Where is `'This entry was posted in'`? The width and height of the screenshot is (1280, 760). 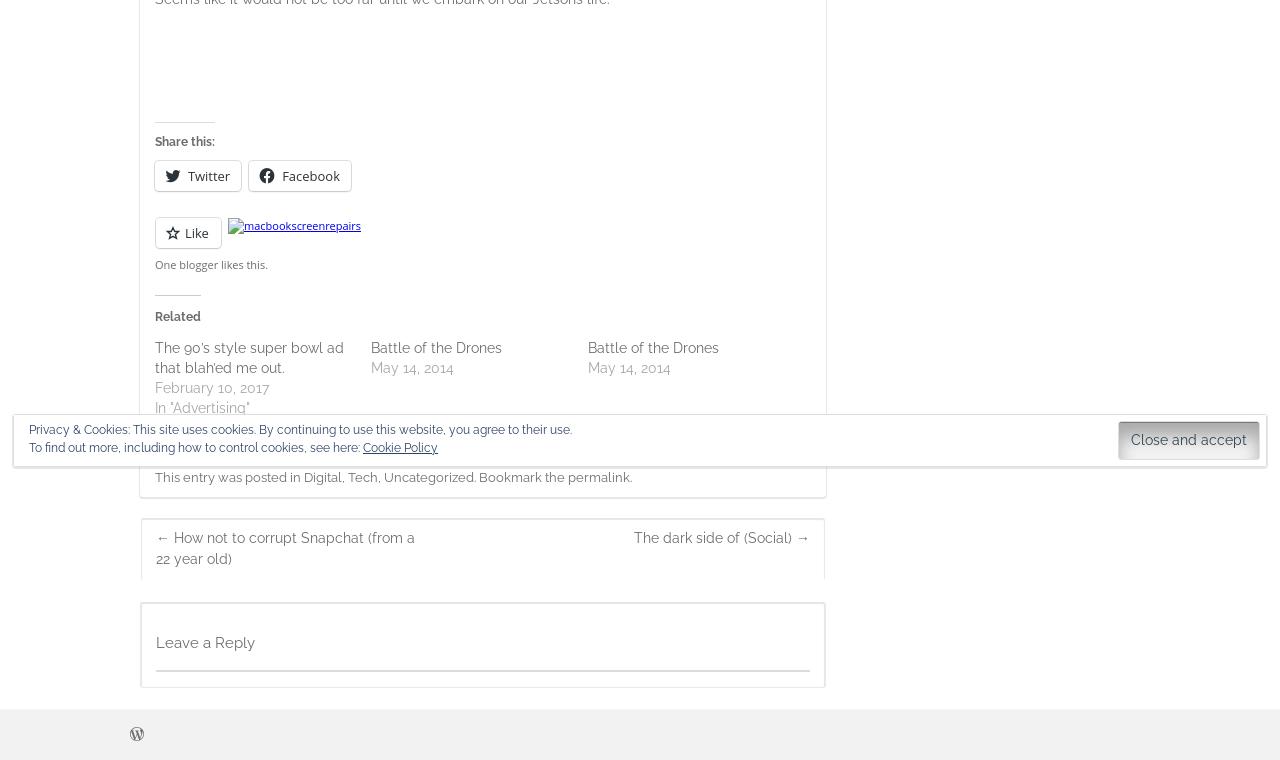 'This entry was posted in' is located at coordinates (229, 476).